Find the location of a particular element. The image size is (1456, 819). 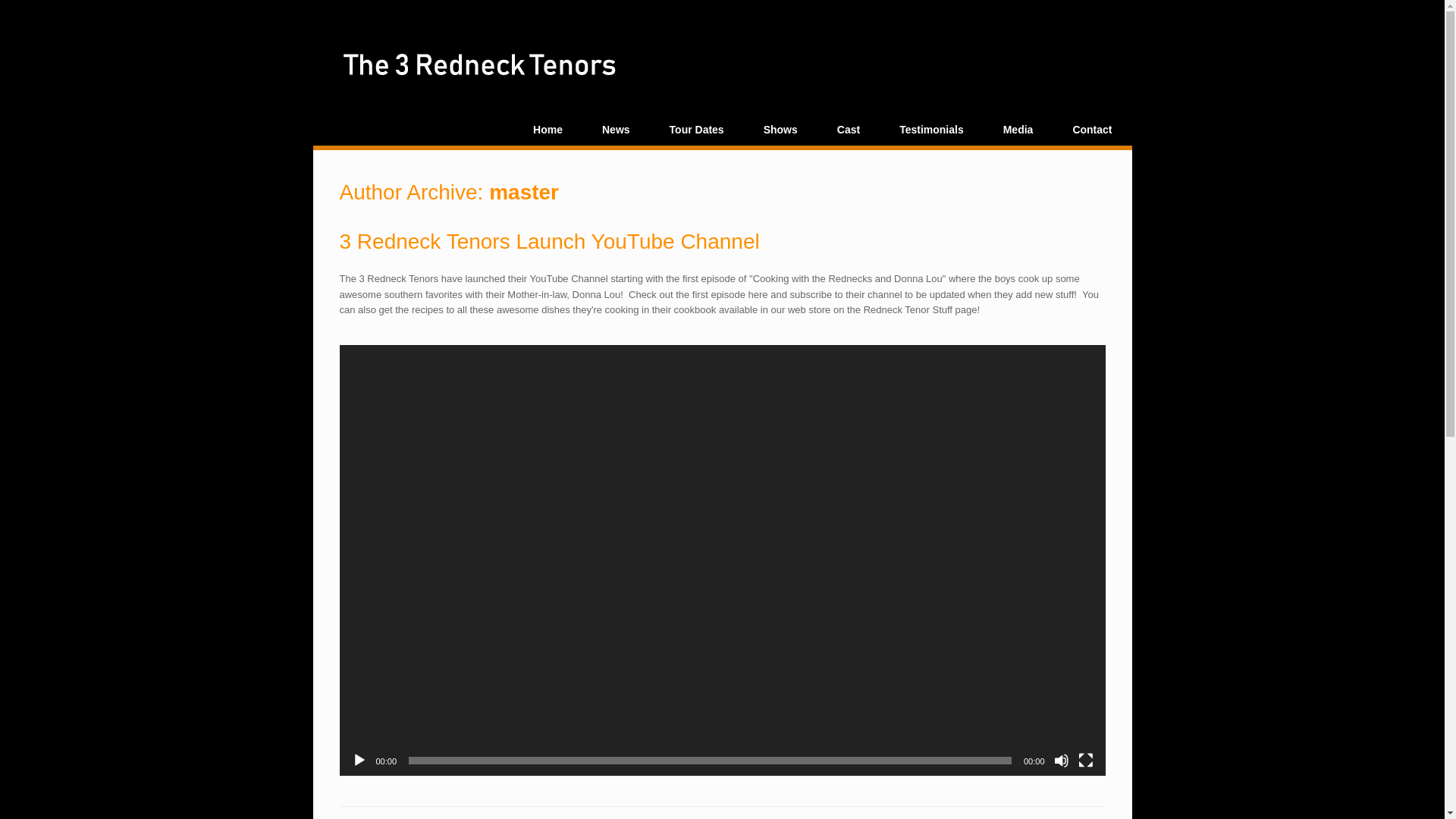

'3 Redneck Tenors' is located at coordinates (479, 63).